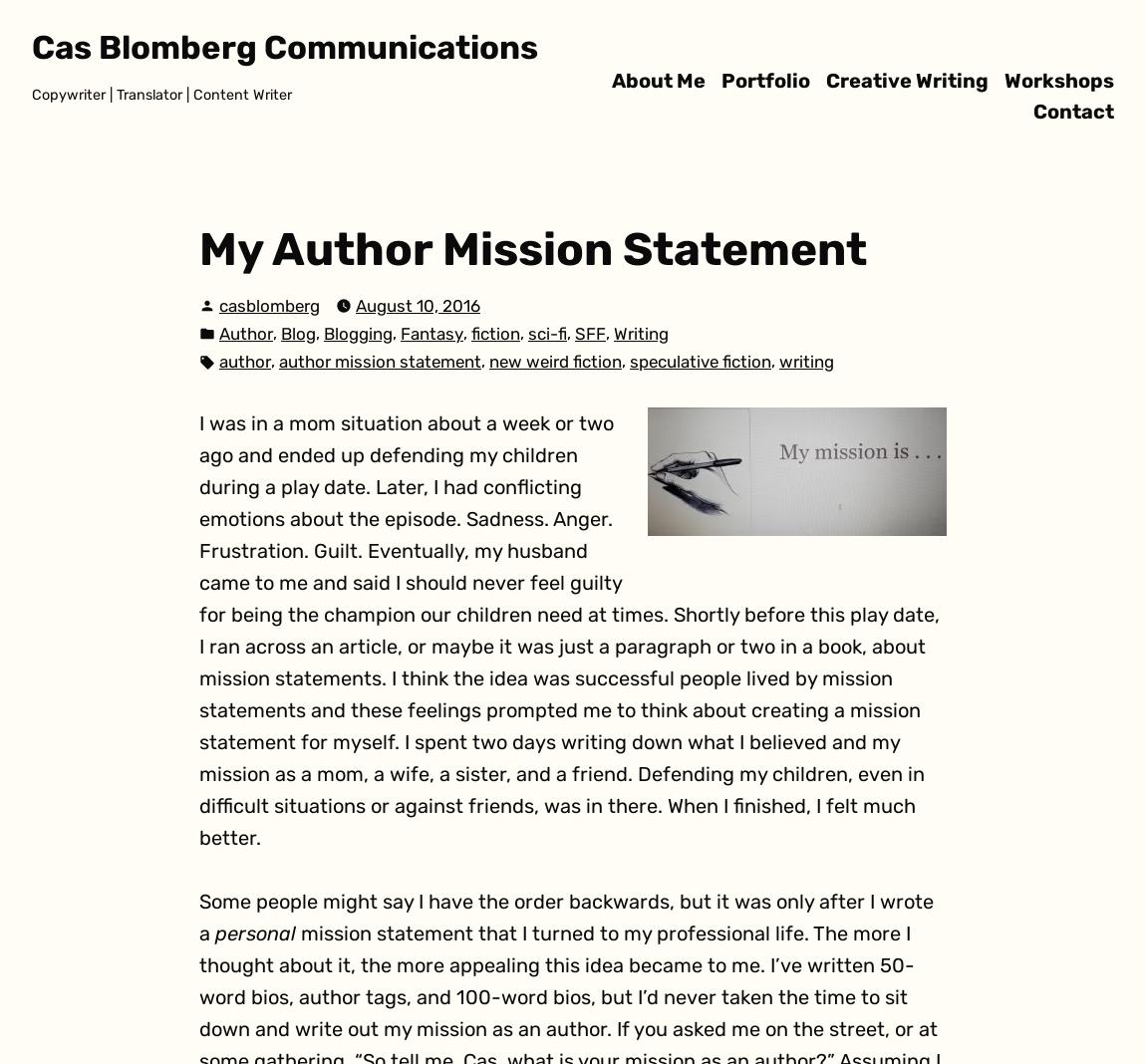 The image size is (1146, 1064). I want to click on 'Cas Blomberg Communications', so click(30, 46).